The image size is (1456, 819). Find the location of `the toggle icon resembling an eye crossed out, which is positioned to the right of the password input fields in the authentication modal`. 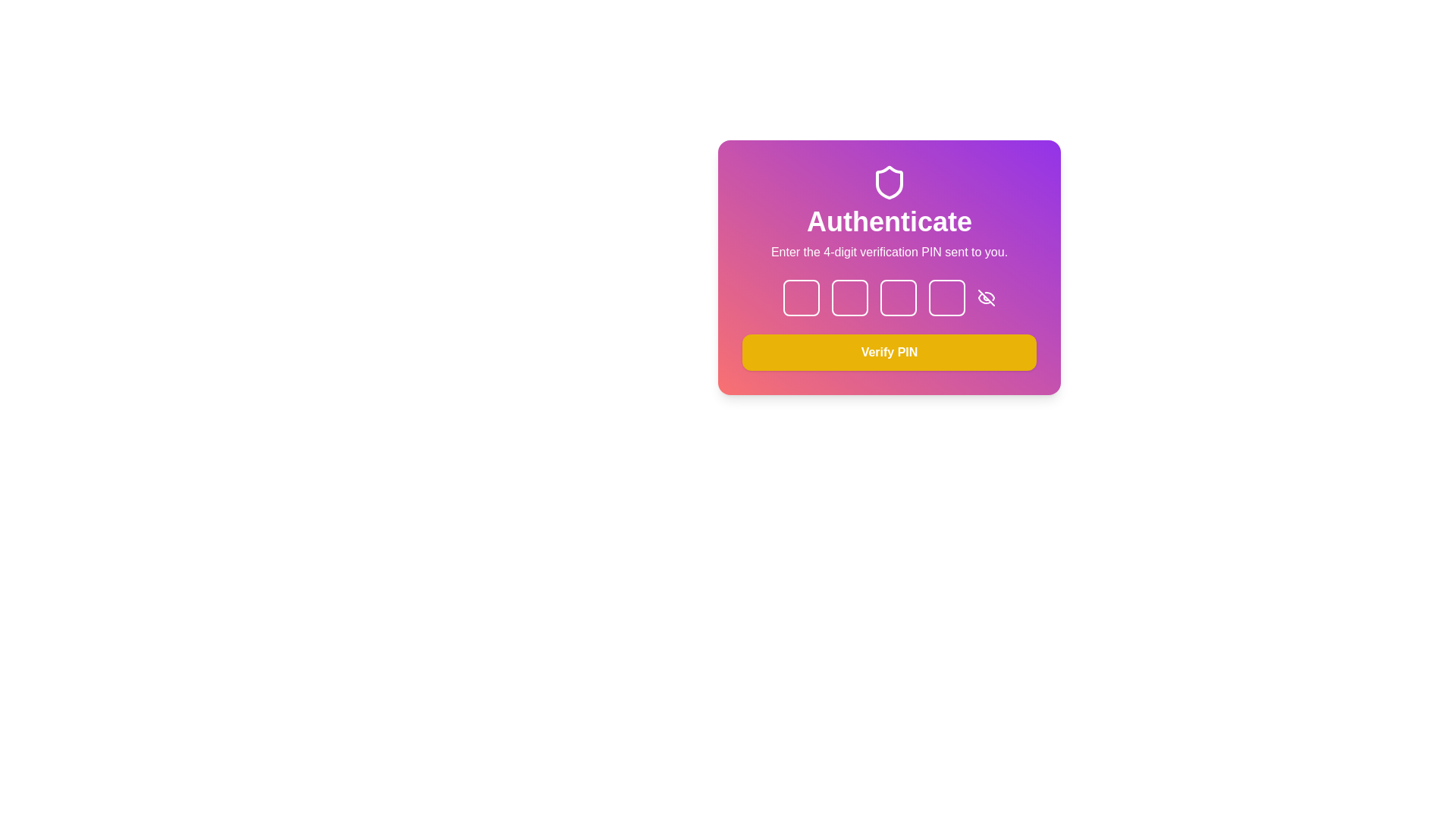

the toggle icon resembling an eye crossed out, which is positioned to the right of the password input fields in the authentication modal is located at coordinates (986, 298).